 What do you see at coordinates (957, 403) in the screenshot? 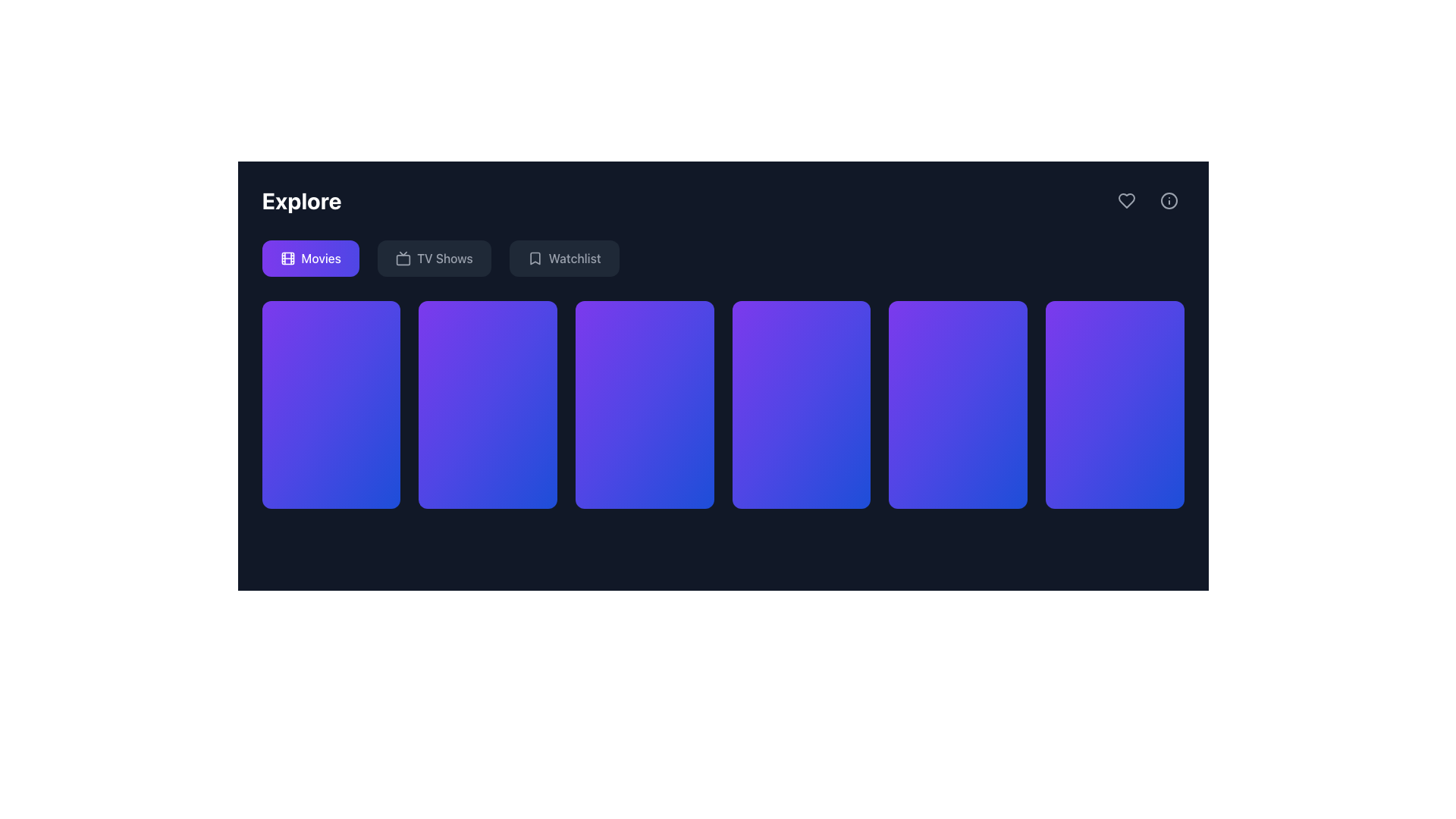
I see `the Card element, which is vertically rectangular with rounded corners and has a gradient color scheme from purple to blue, positioned third from the right` at bounding box center [957, 403].